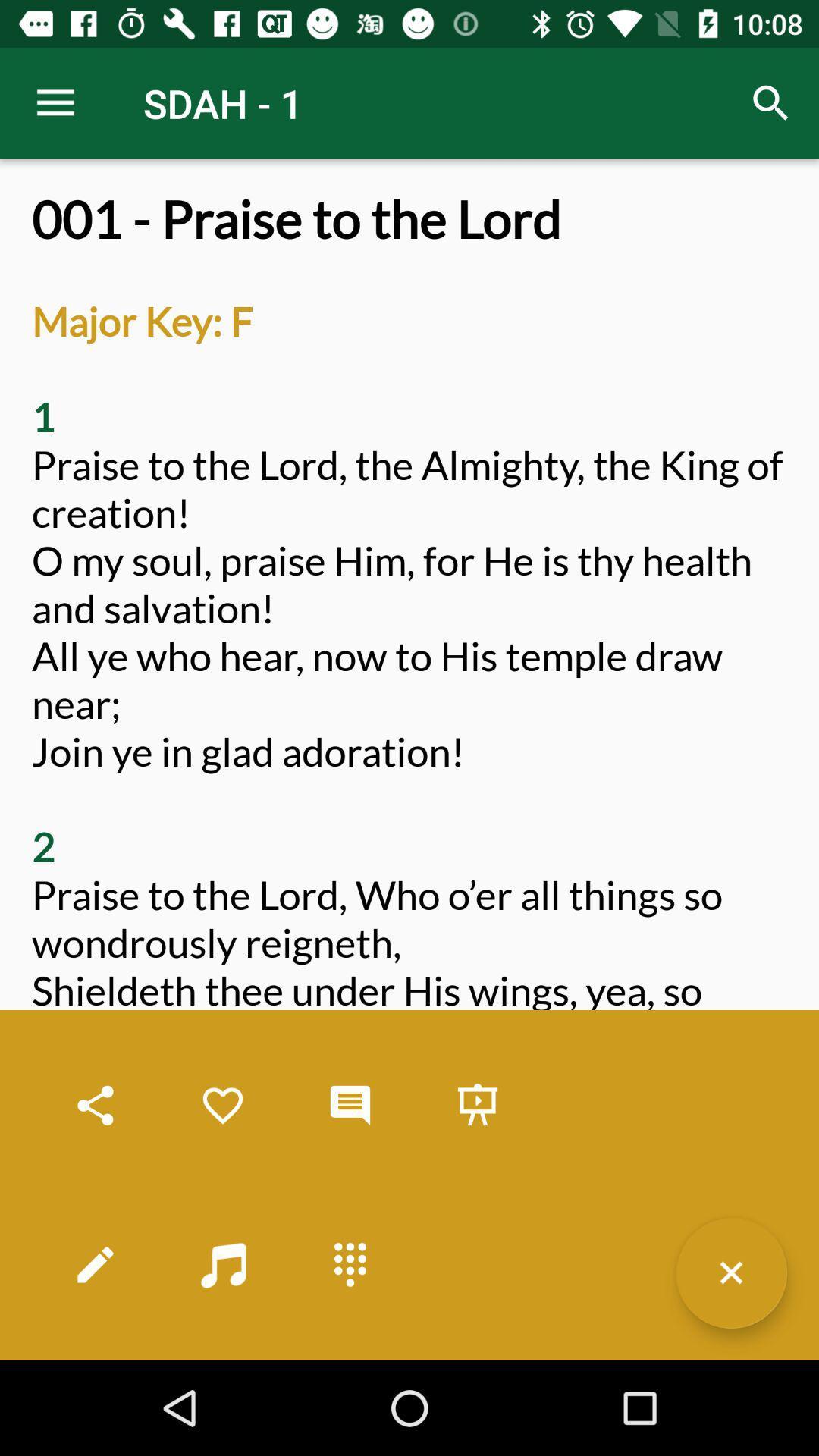  What do you see at coordinates (730, 1272) in the screenshot?
I see `used to close the controls what we do n't need at the time` at bounding box center [730, 1272].